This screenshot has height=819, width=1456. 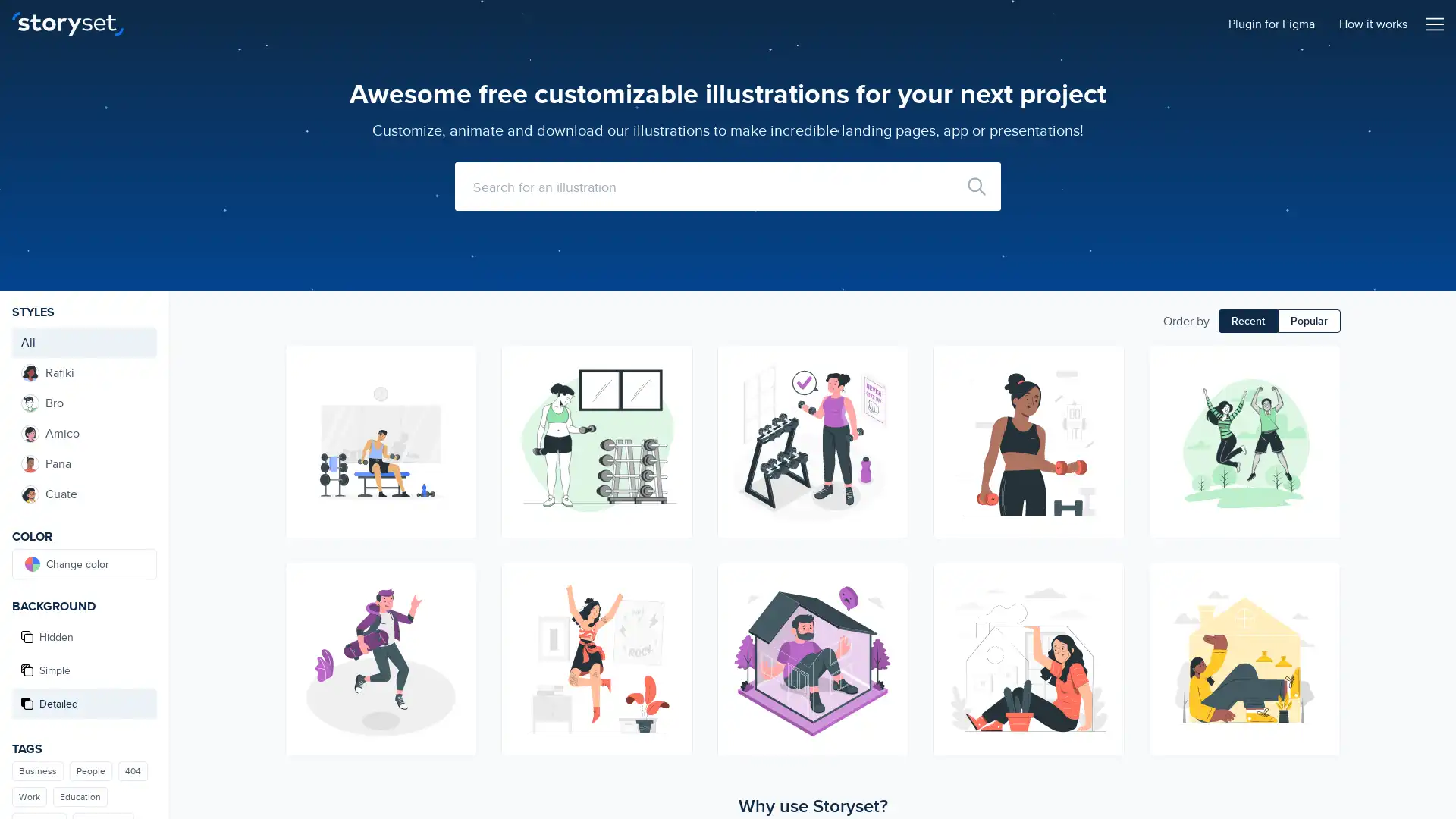 I want to click on download icon Download, so click(x=889, y=607).